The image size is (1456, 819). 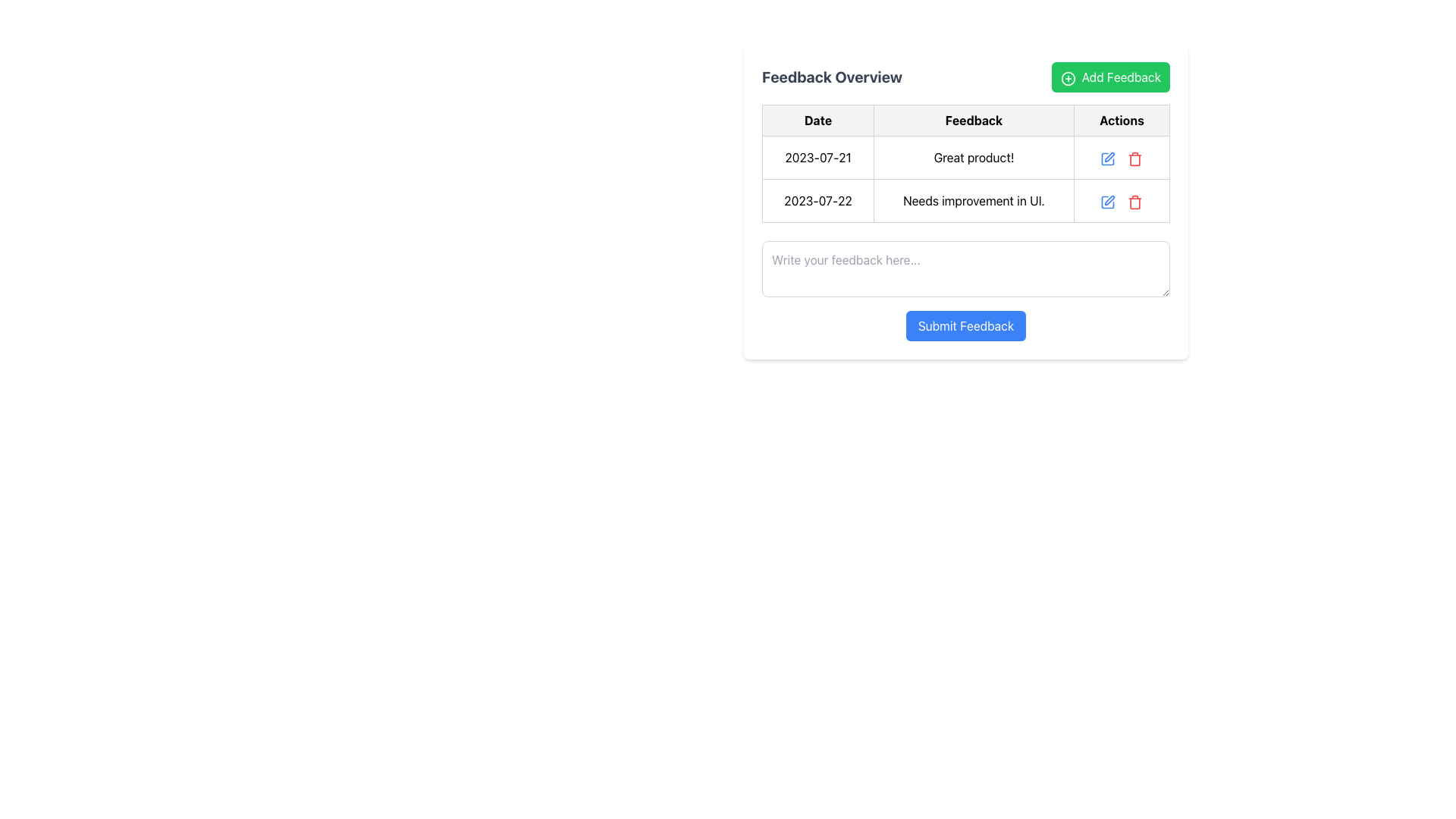 I want to click on the edit icon located in the 'Actions' column of the second row in the 'Feedback Overview' section, so click(x=1108, y=201).